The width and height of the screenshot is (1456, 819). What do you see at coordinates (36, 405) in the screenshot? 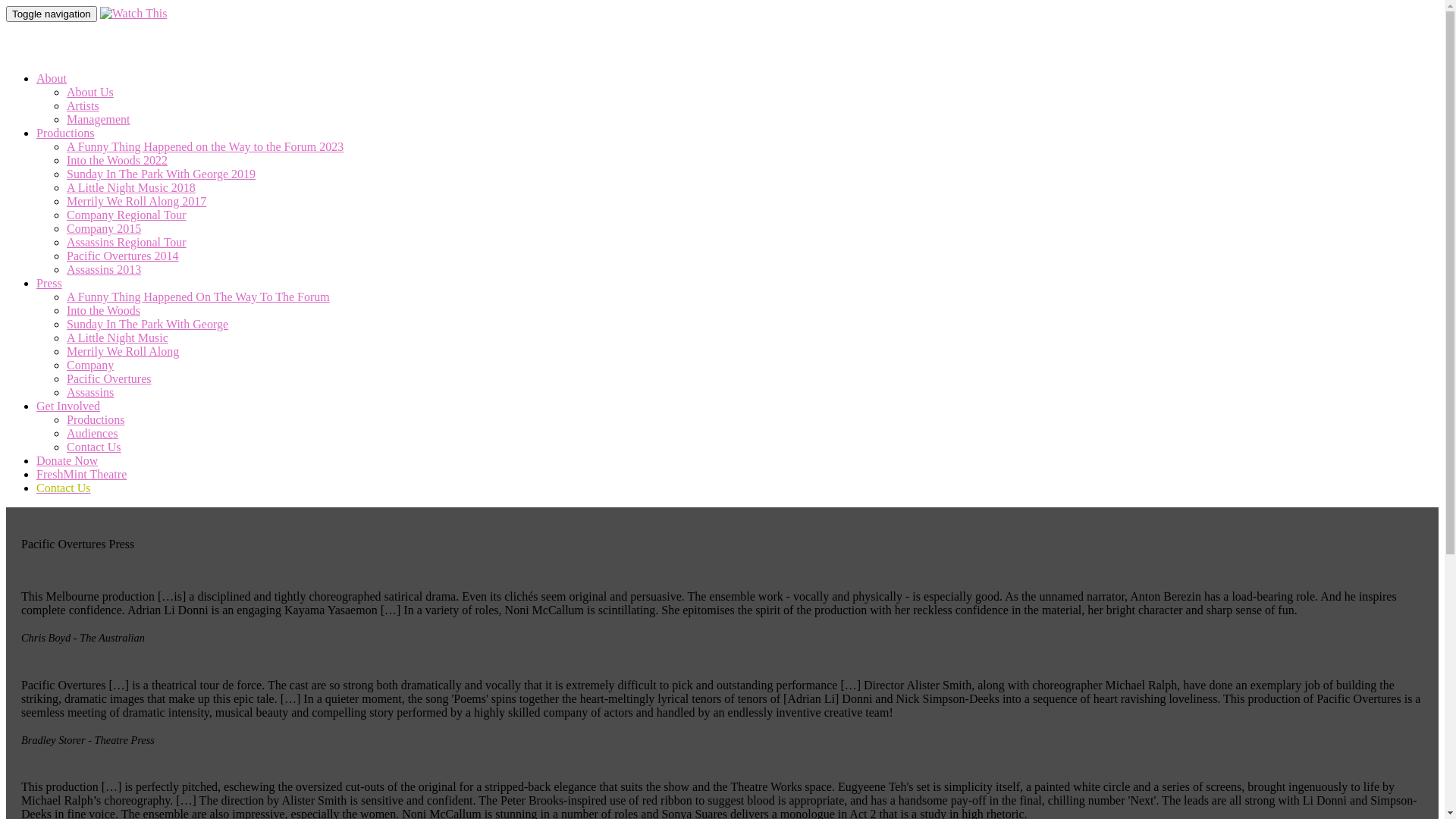
I see `'Get Involved'` at bounding box center [36, 405].